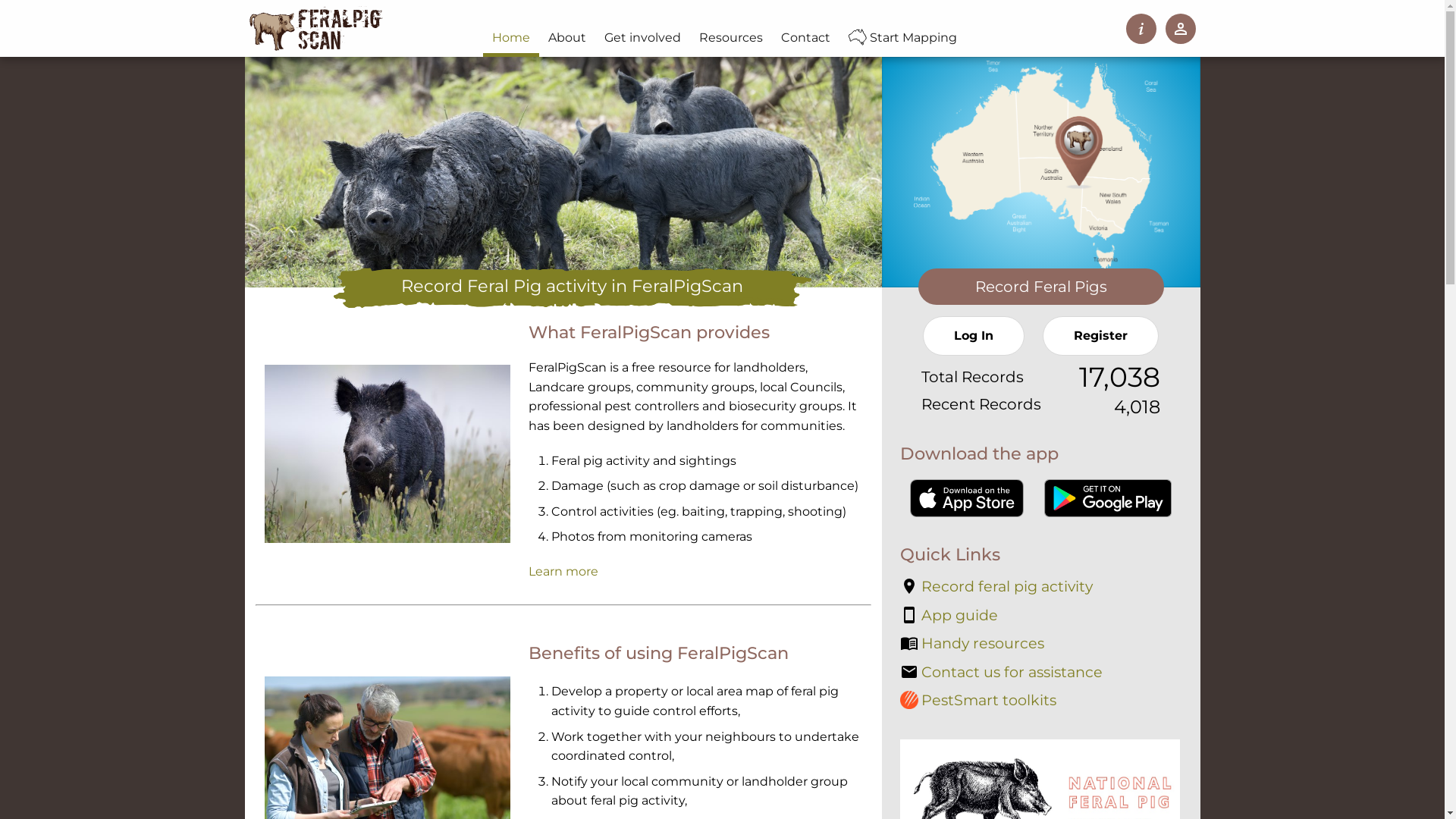  Describe the element at coordinates (1178, 29) in the screenshot. I see `'Log In / Register'` at that location.